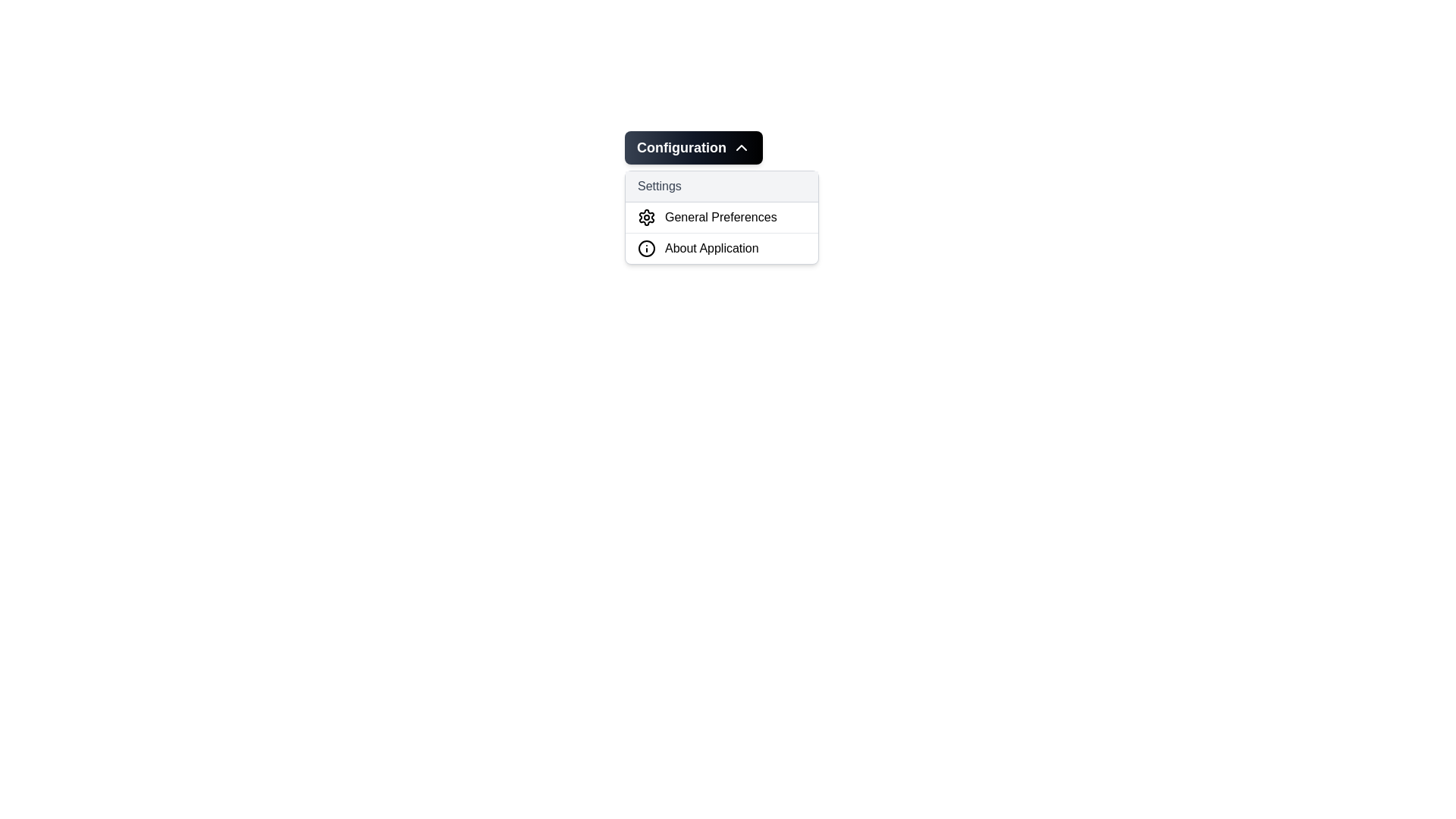 The image size is (1456, 819). I want to click on the 'About Application' button-like menu item, which is styled as an informational label and features a circular information icon to the left of the text. This element is located in the lower section of a dropdown panel below 'General Preferences', so click(720, 247).